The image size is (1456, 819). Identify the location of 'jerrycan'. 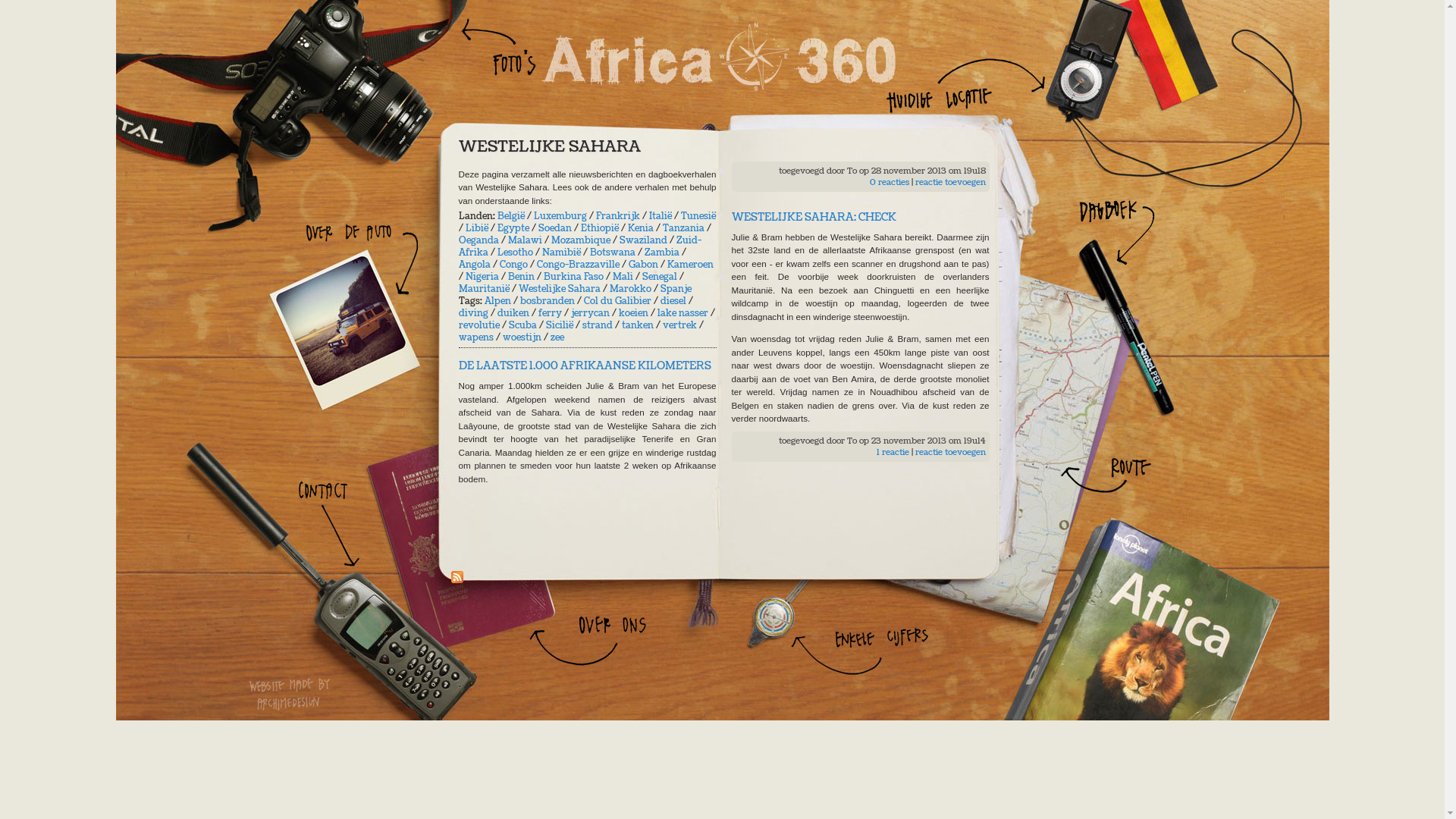
(570, 312).